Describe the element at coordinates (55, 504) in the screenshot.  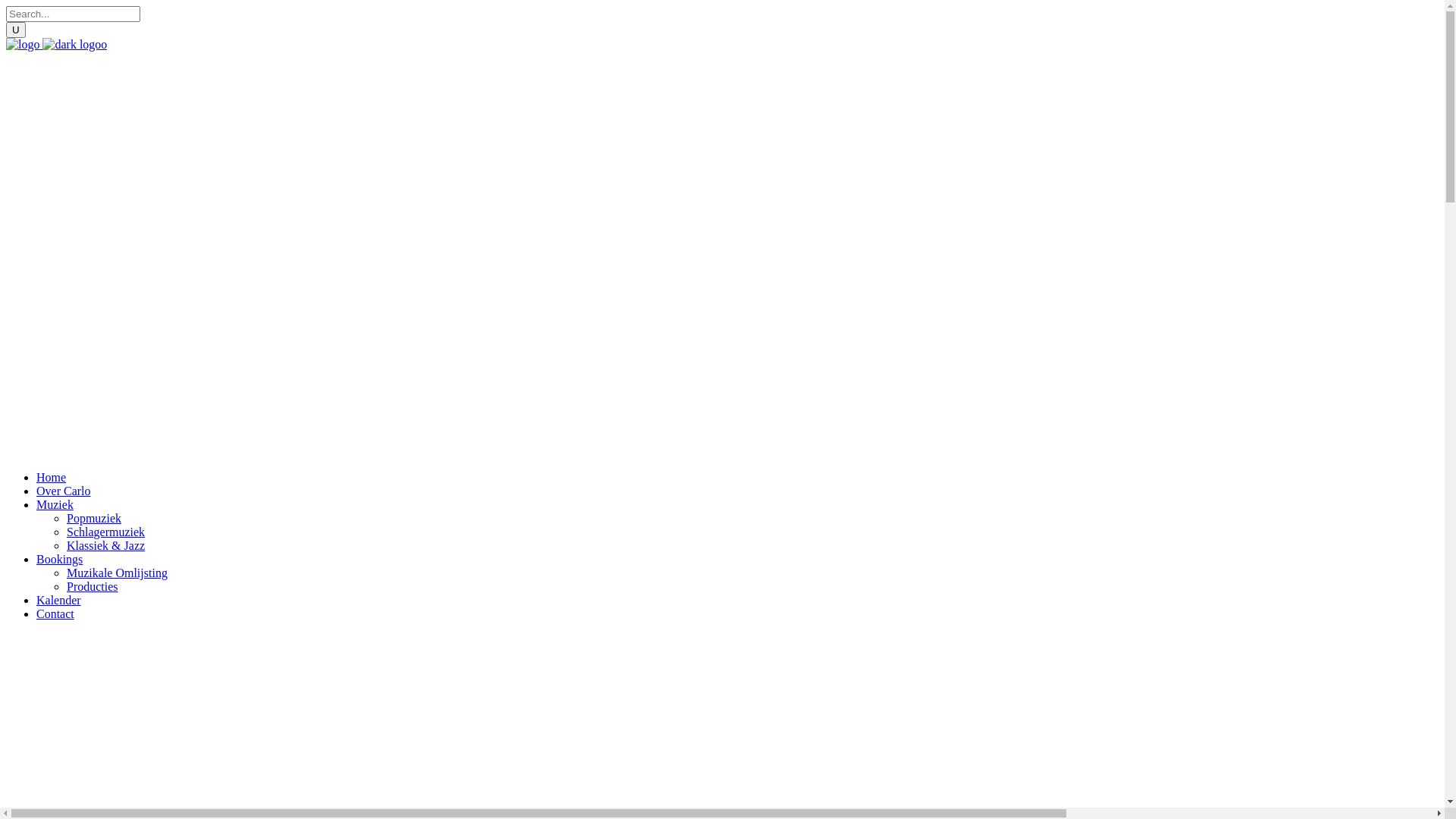
I see `'Muziek'` at that location.